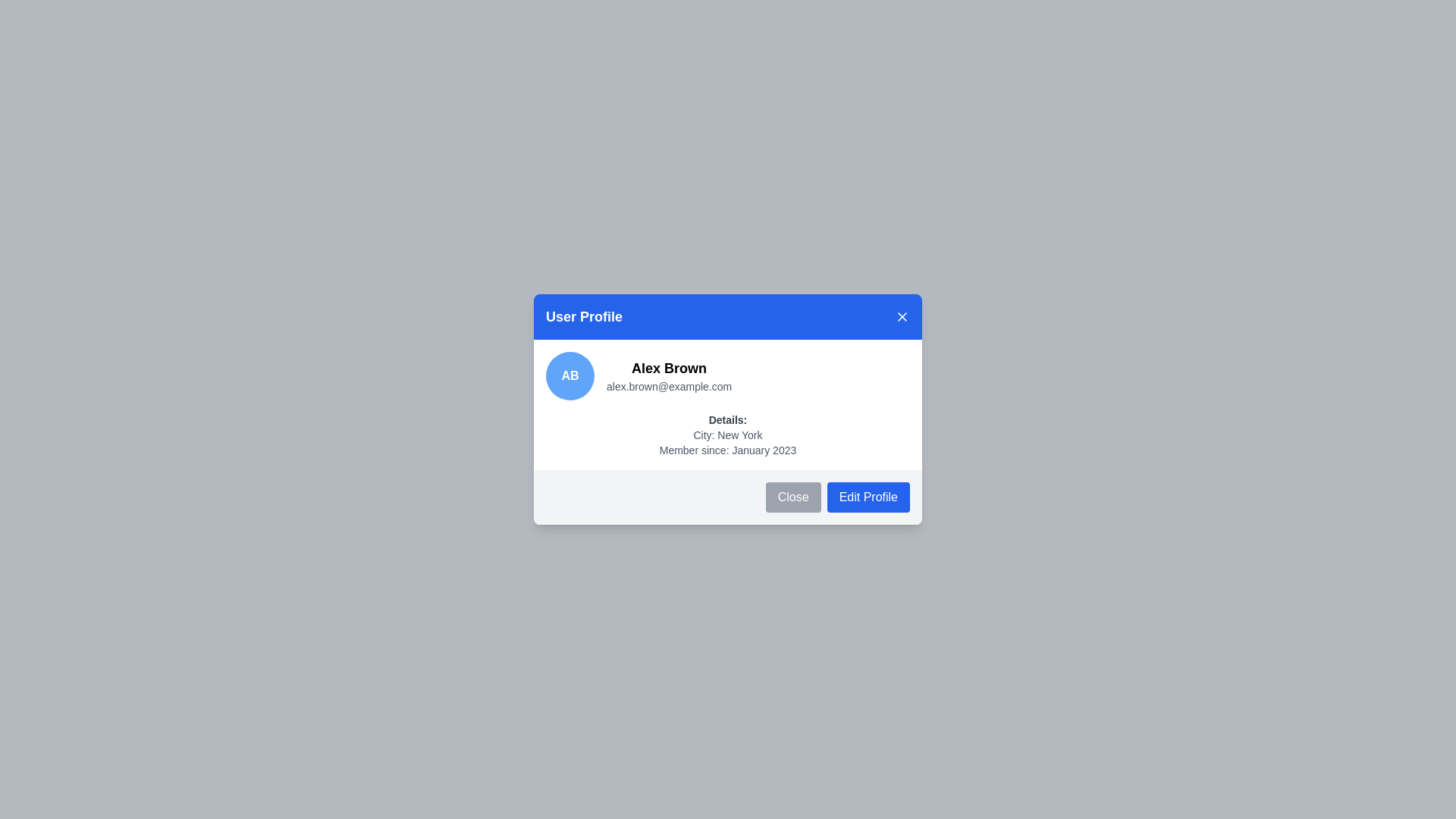  What do you see at coordinates (902, 315) in the screenshot?
I see `the close button represented by a small cross mark ('X') located in the top-right corner of the blue header section of the modal dialog` at bounding box center [902, 315].